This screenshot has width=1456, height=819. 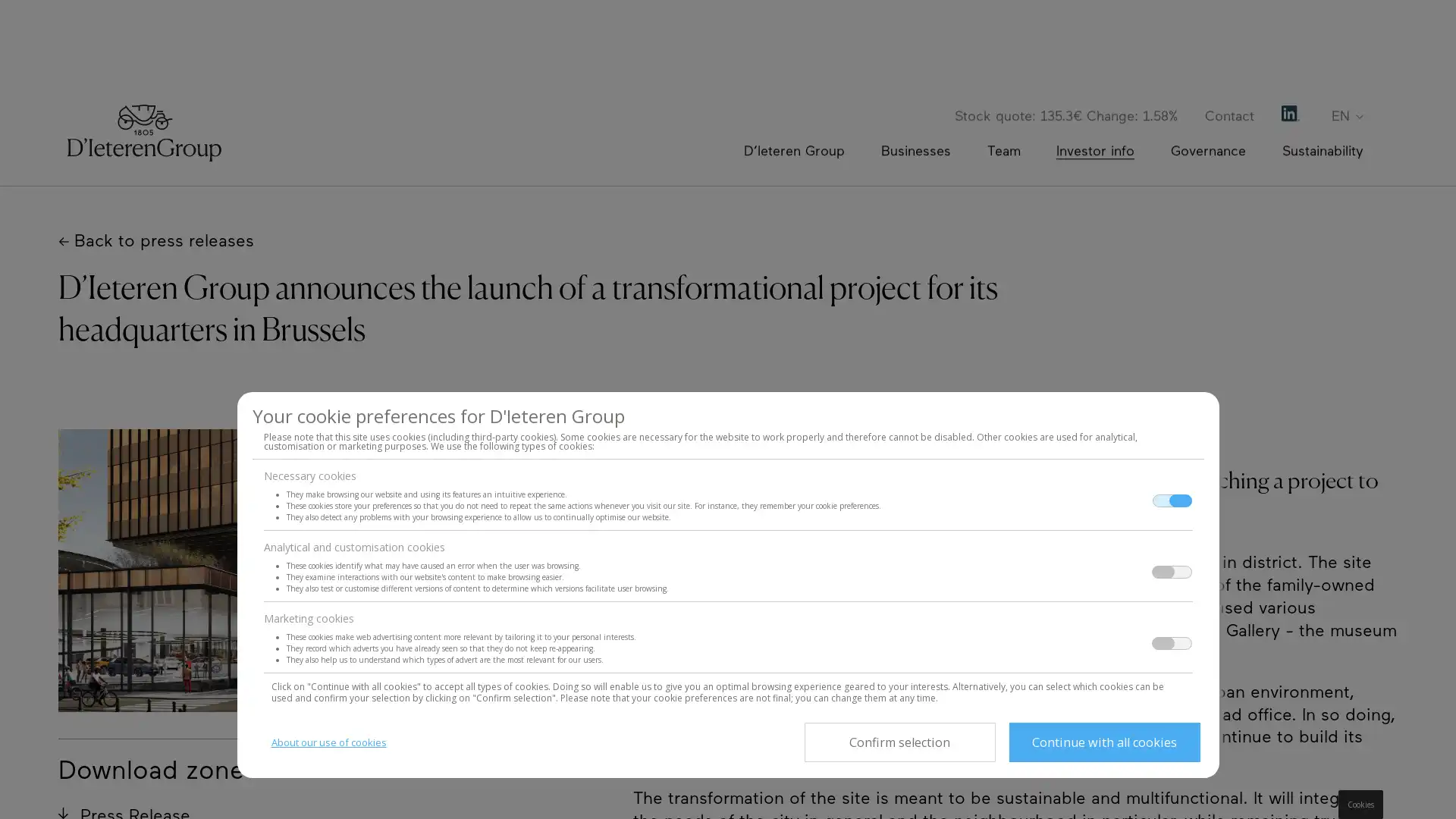 What do you see at coordinates (1103, 742) in the screenshot?
I see `Close Consent Modal` at bounding box center [1103, 742].